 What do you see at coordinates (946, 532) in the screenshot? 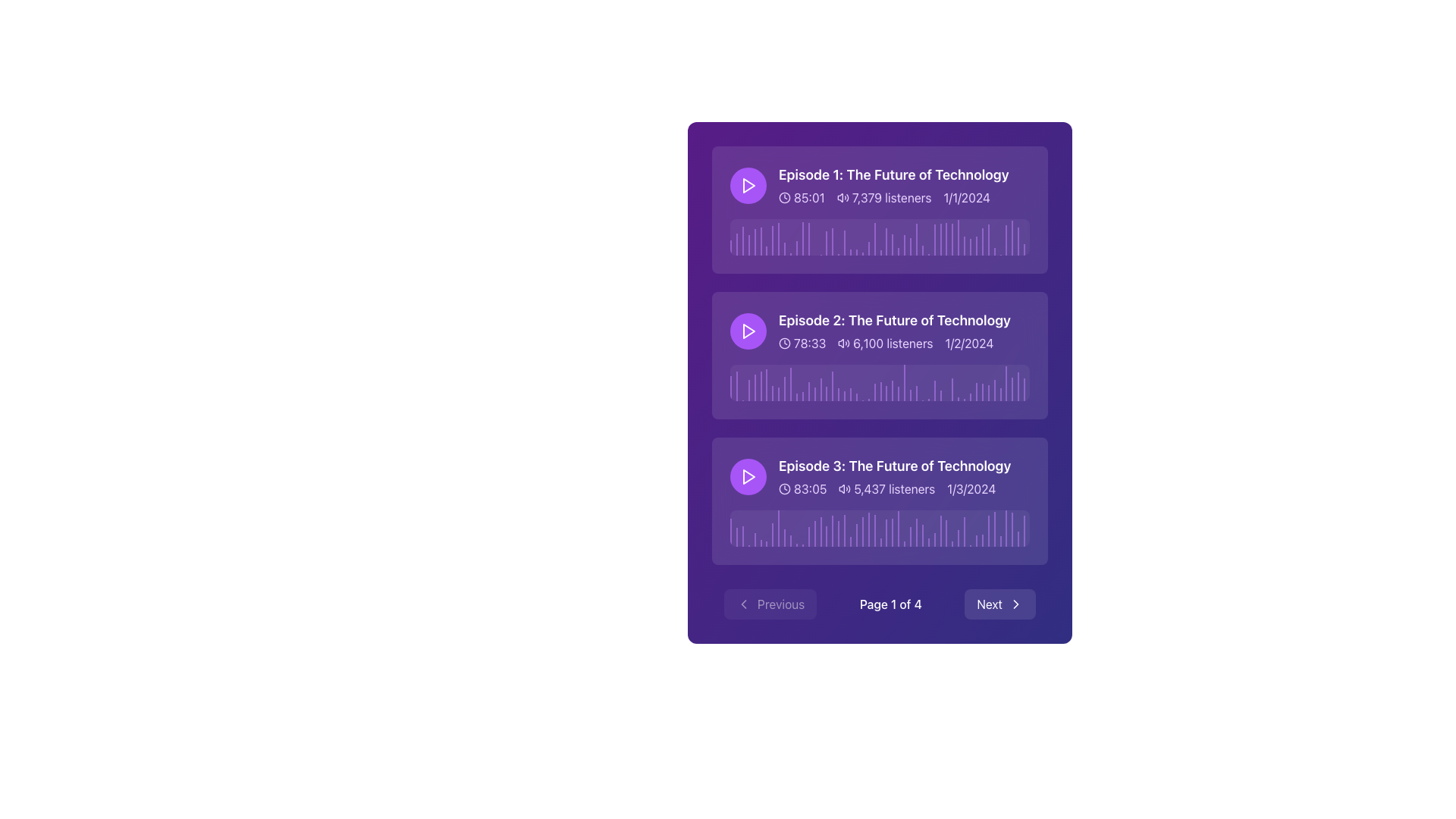
I see `the playback or progress marker located in the third row of items, positioned towards the right side of the waveform visualization` at bounding box center [946, 532].